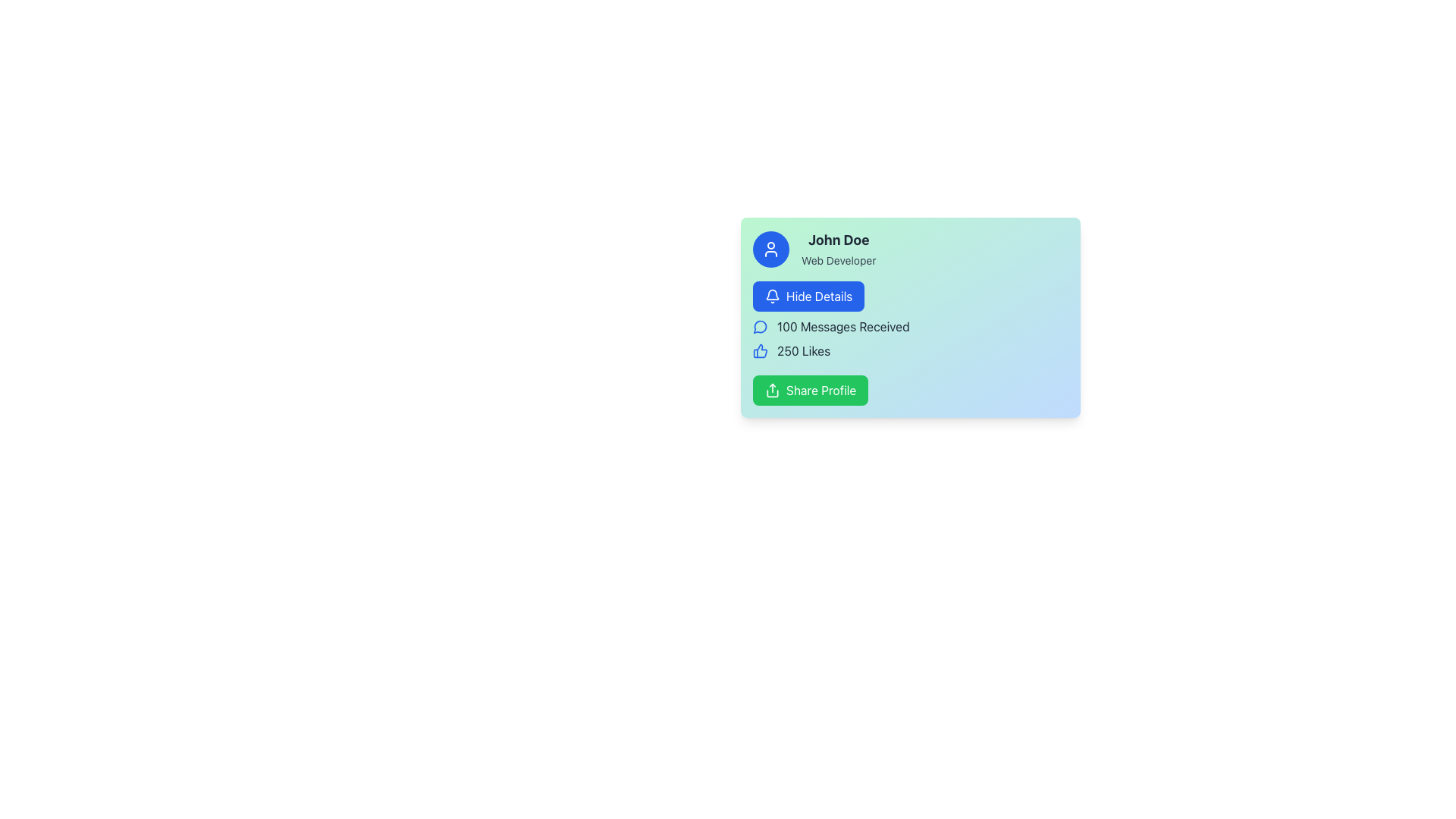 The image size is (1456, 819). Describe the element at coordinates (761, 326) in the screenshot. I see `the circular icon with a hollow blue message bubble outline located to the left of the text '100 Messages Received'` at that location.